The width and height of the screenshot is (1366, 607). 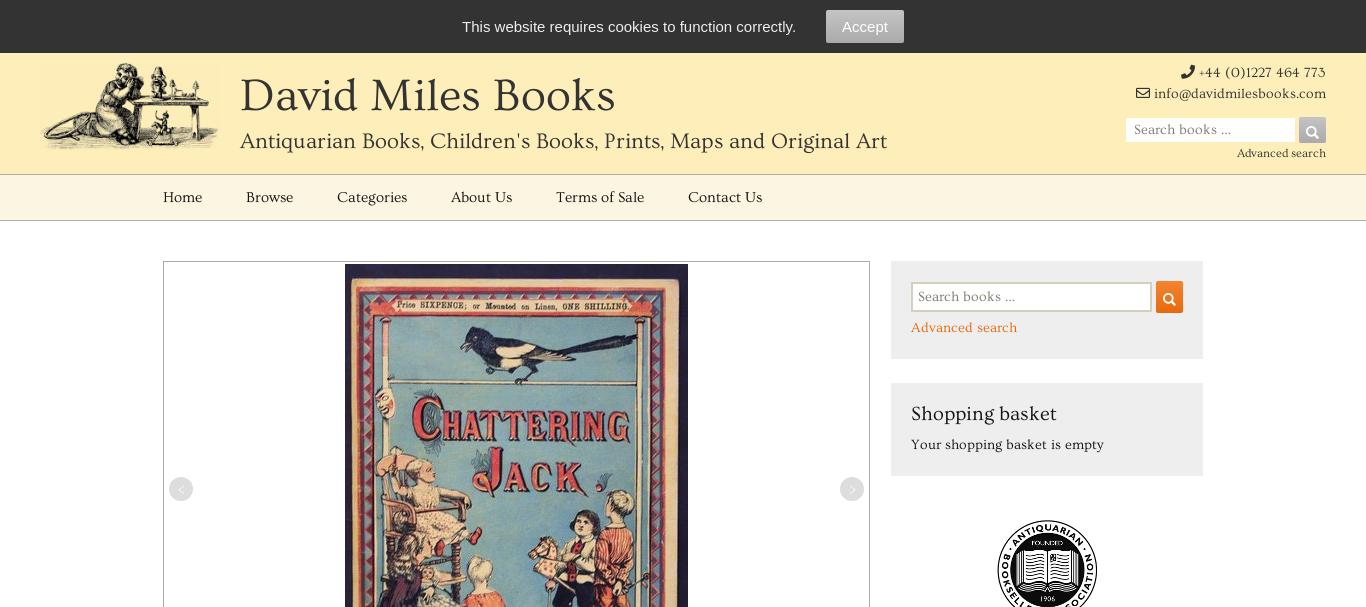 I want to click on 'About Us', so click(x=481, y=196).